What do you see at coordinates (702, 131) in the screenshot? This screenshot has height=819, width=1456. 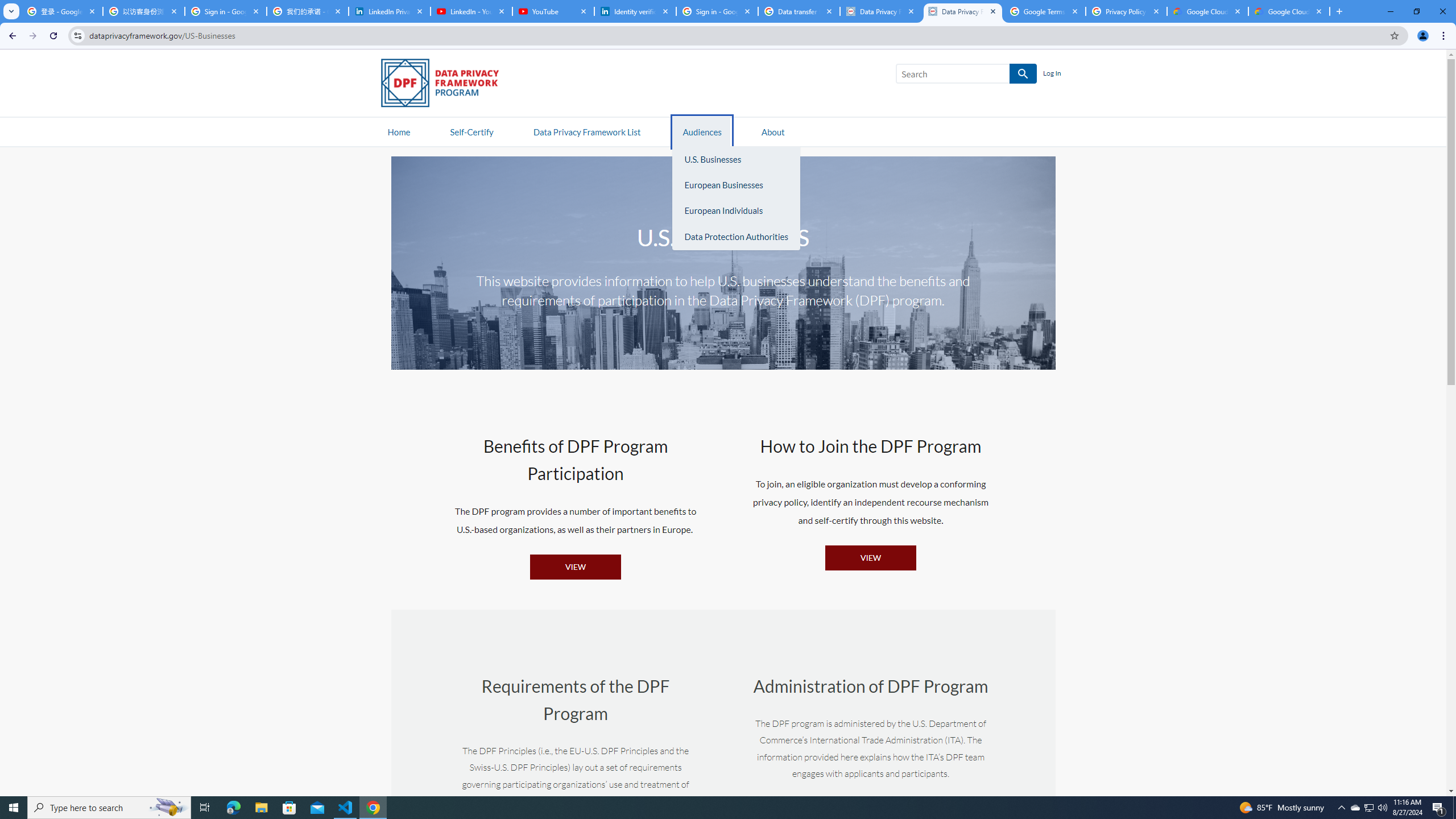 I see `'Audiences'` at bounding box center [702, 131].